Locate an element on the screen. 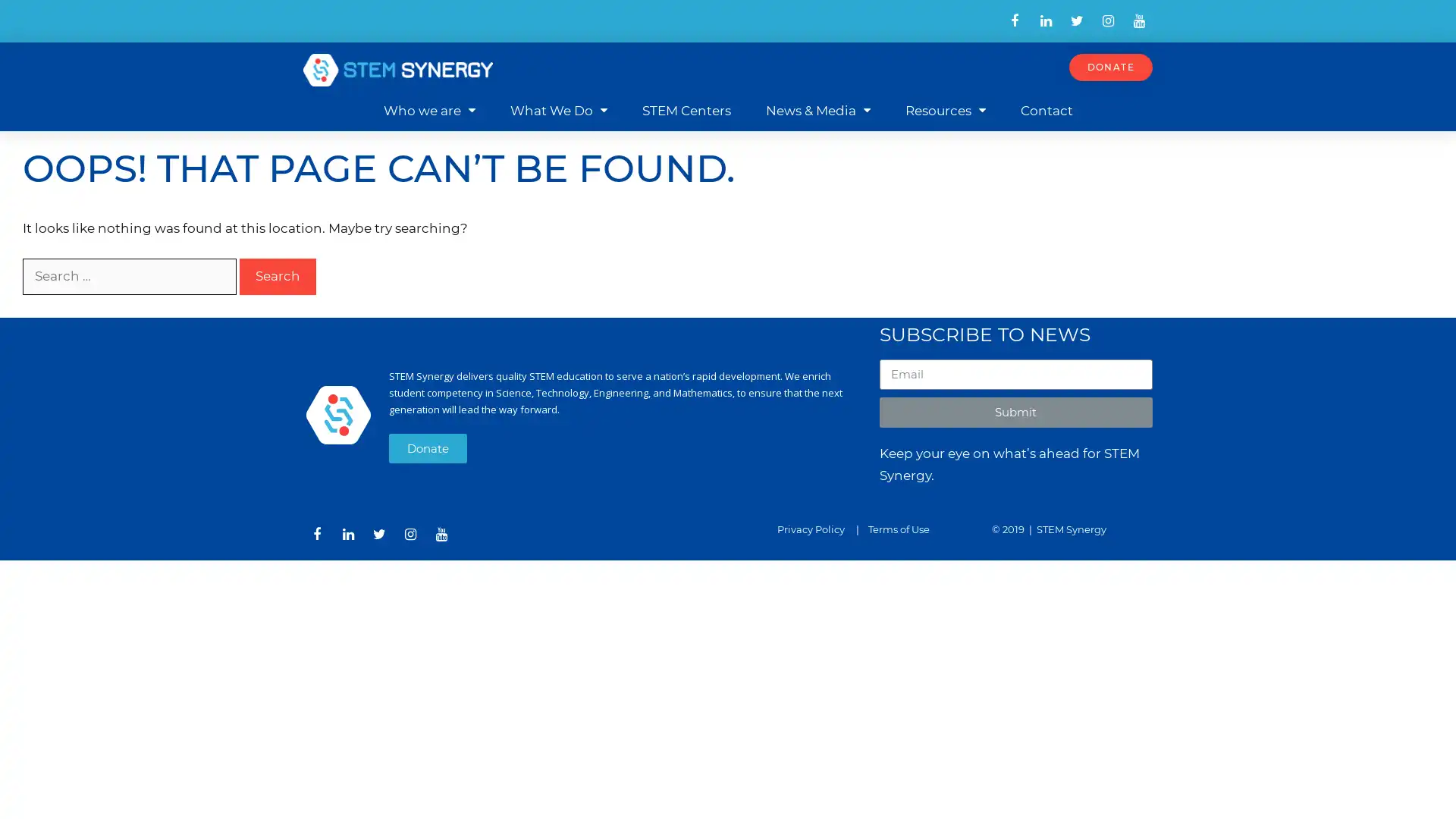 The image size is (1456, 819). Submit is located at coordinates (1015, 412).